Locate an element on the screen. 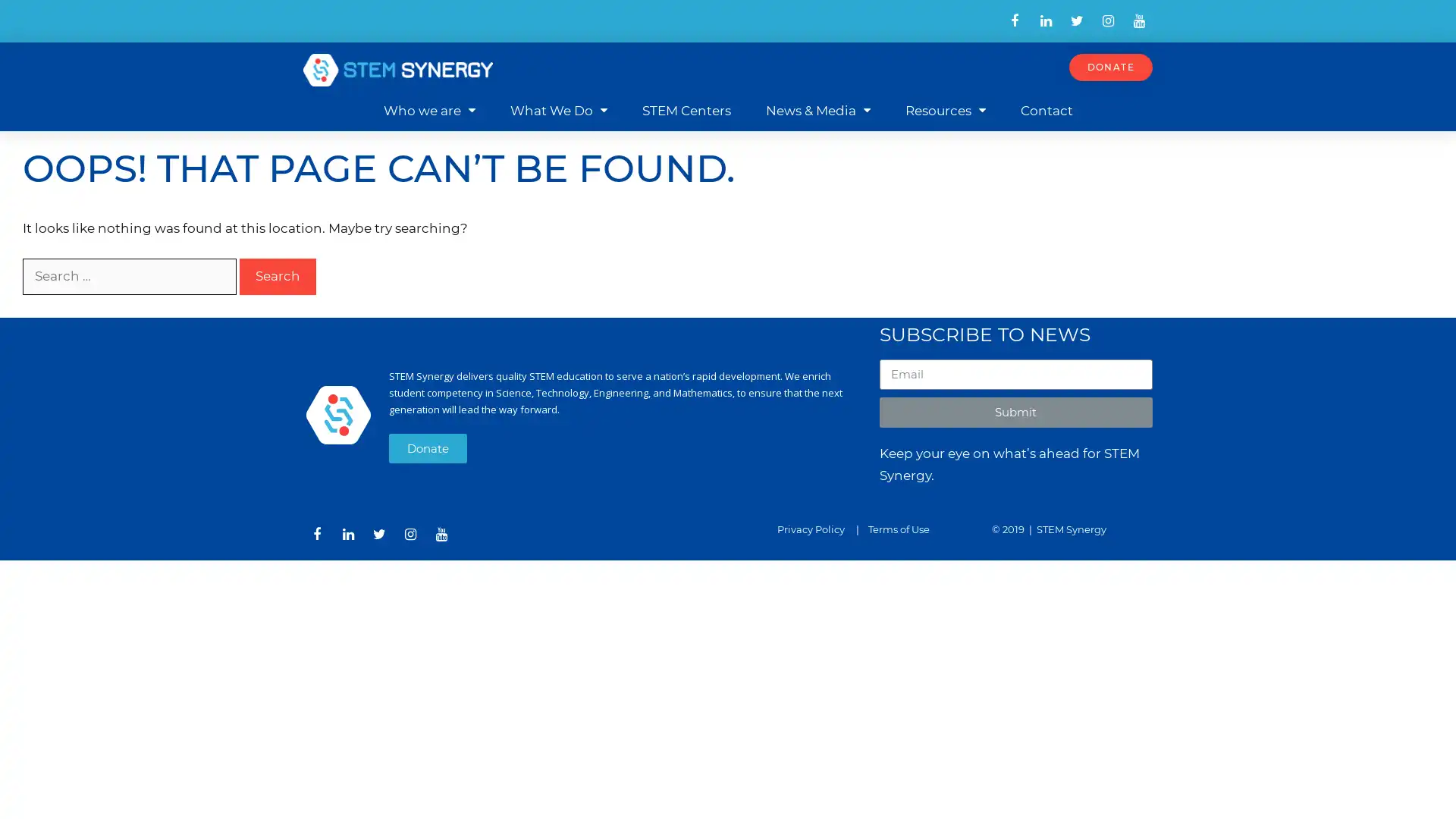 The image size is (1456, 819). Submit is located at coordinates (1015, 412).